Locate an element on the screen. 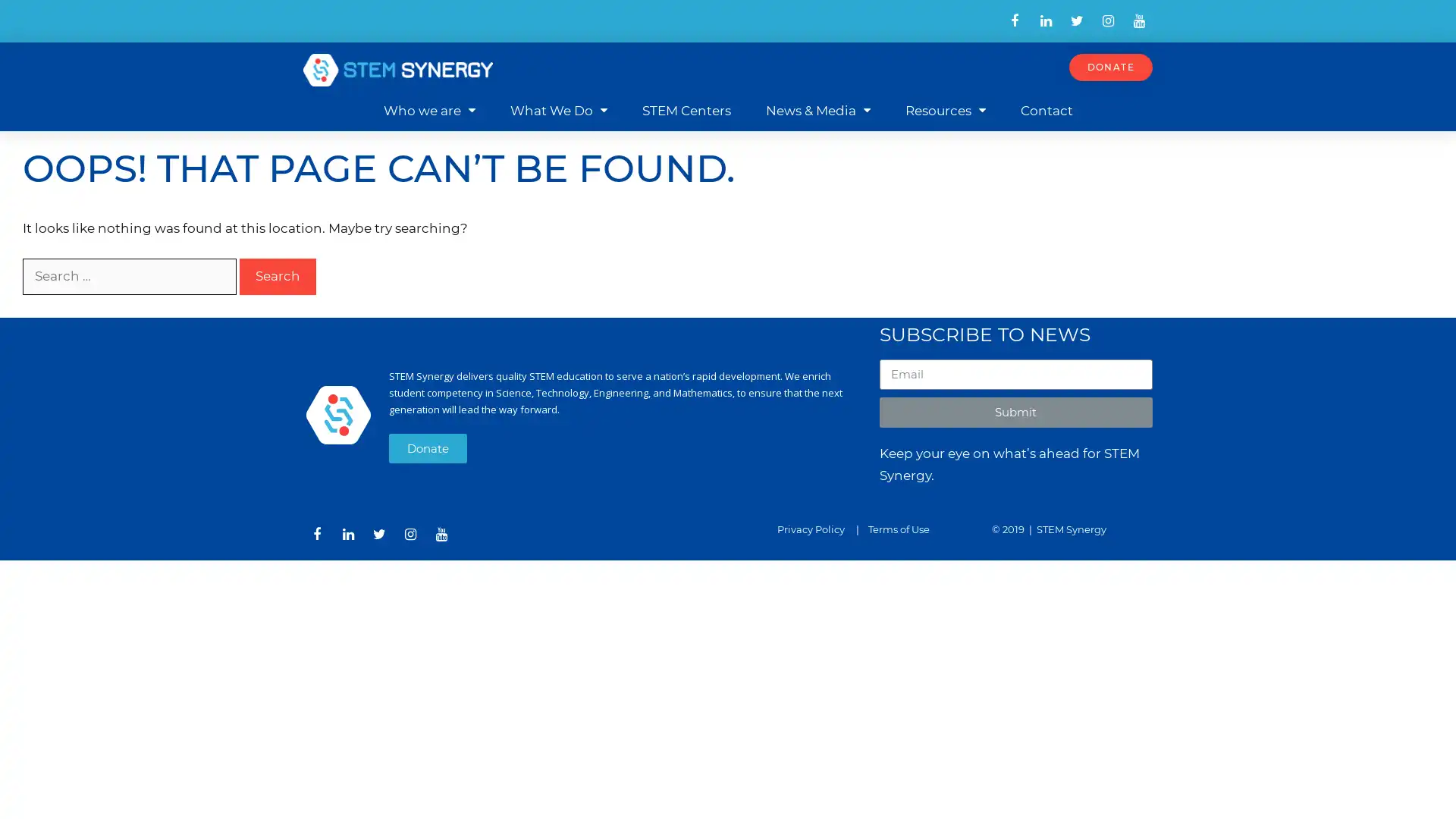 The image size is (1456, 819). Submit is located at coordinates (1015, 412).